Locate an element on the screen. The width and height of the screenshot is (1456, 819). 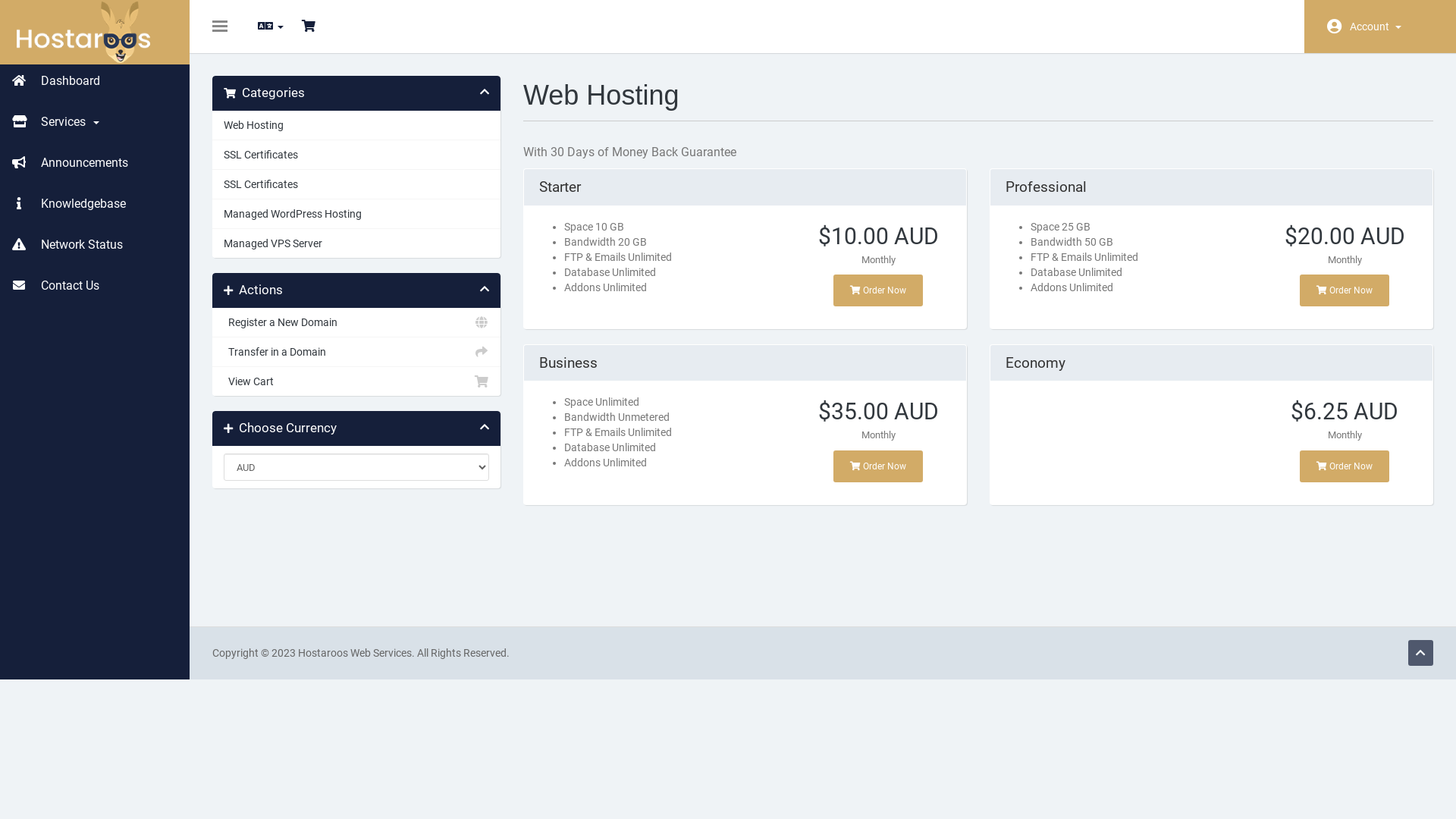
'Web Hosting' is located at coordinates (356, 124).